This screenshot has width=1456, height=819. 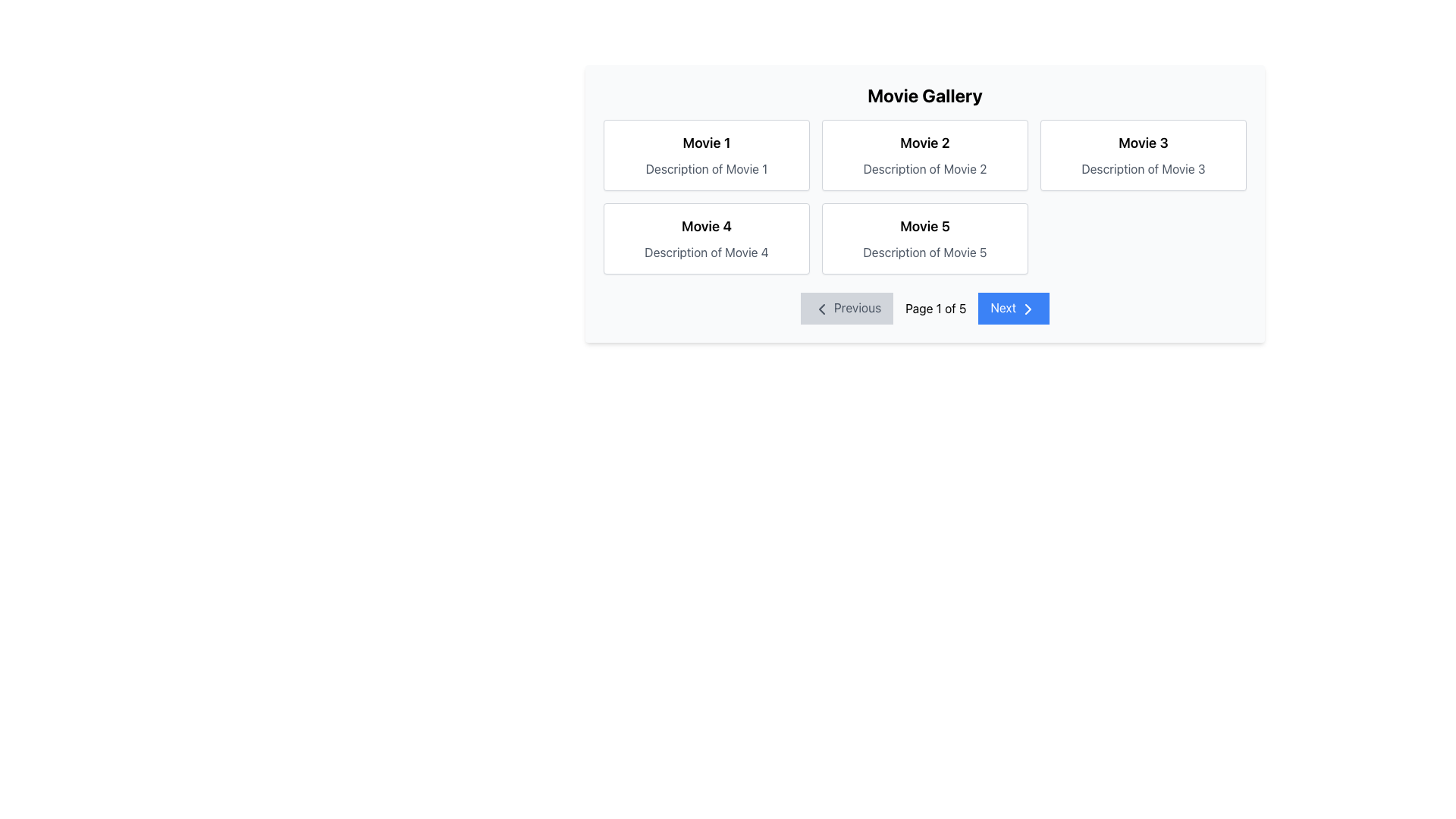 What do you see at coordinates (821, 308) in the screenshot?
I see `the chevron icon that indicates navigation to the previous page, located within the 'Previous' button at the bottom-left of the interface` at bounding box center [821, 308].